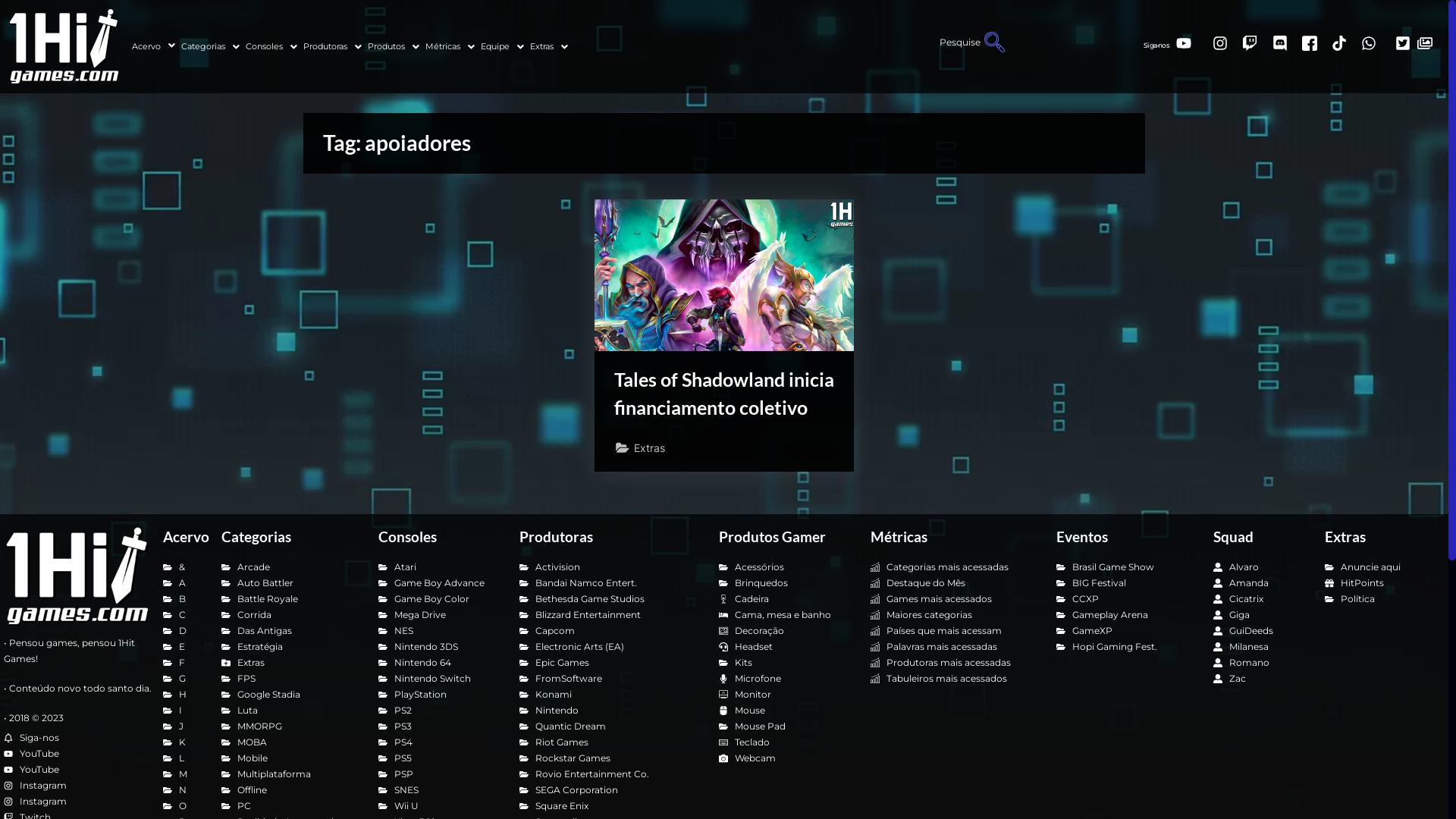  Describe the element at coordinates (787, 677) in the screenshot. I see `'Microfone'` at that location.